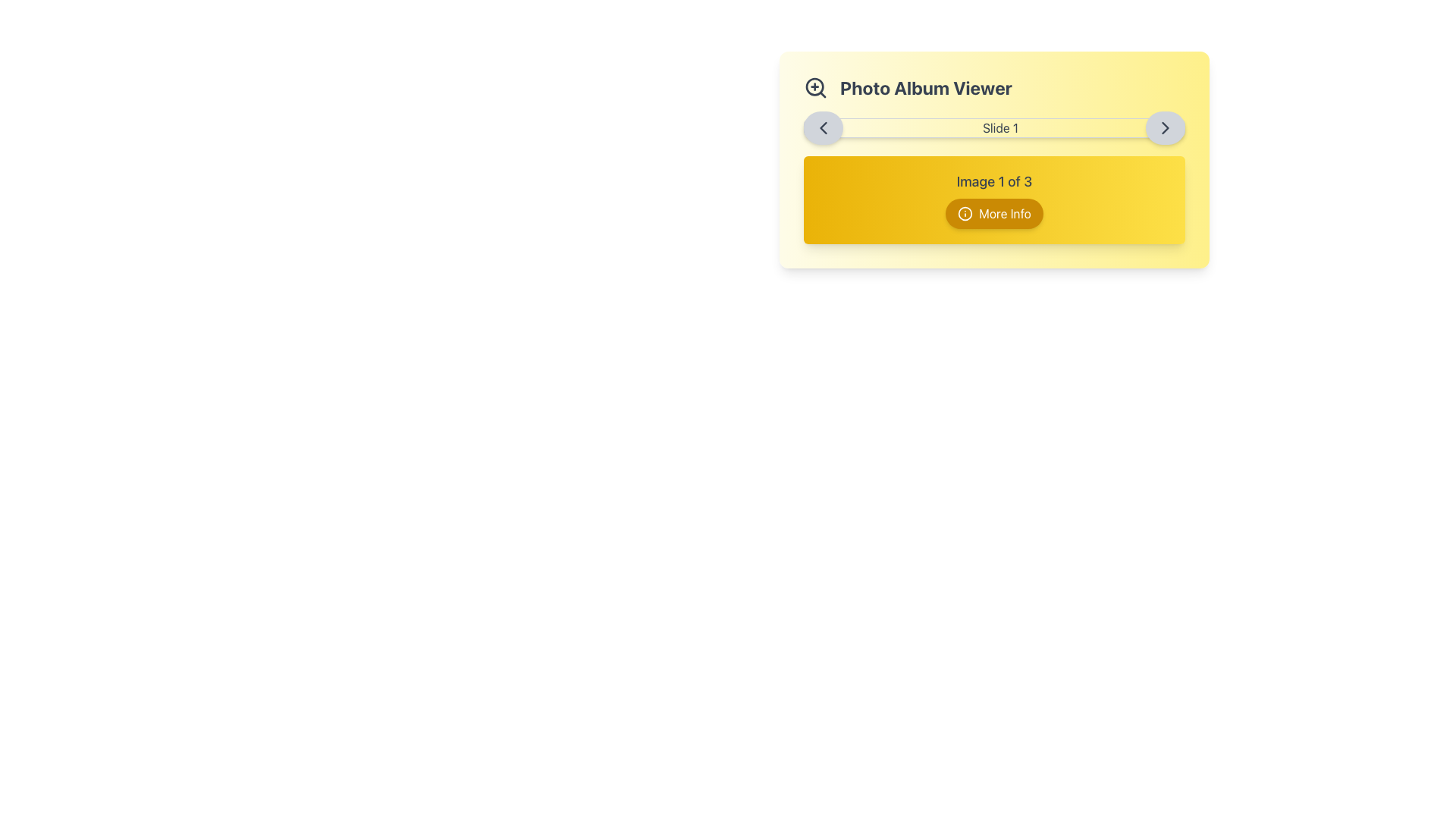  What do you see at coordinates (1164, 127) in the screenshot?
I see `the rightward chevron icon located in the top-right corner of the 'Photo Album Viewer' interface` at bounding box center [1164, 127].